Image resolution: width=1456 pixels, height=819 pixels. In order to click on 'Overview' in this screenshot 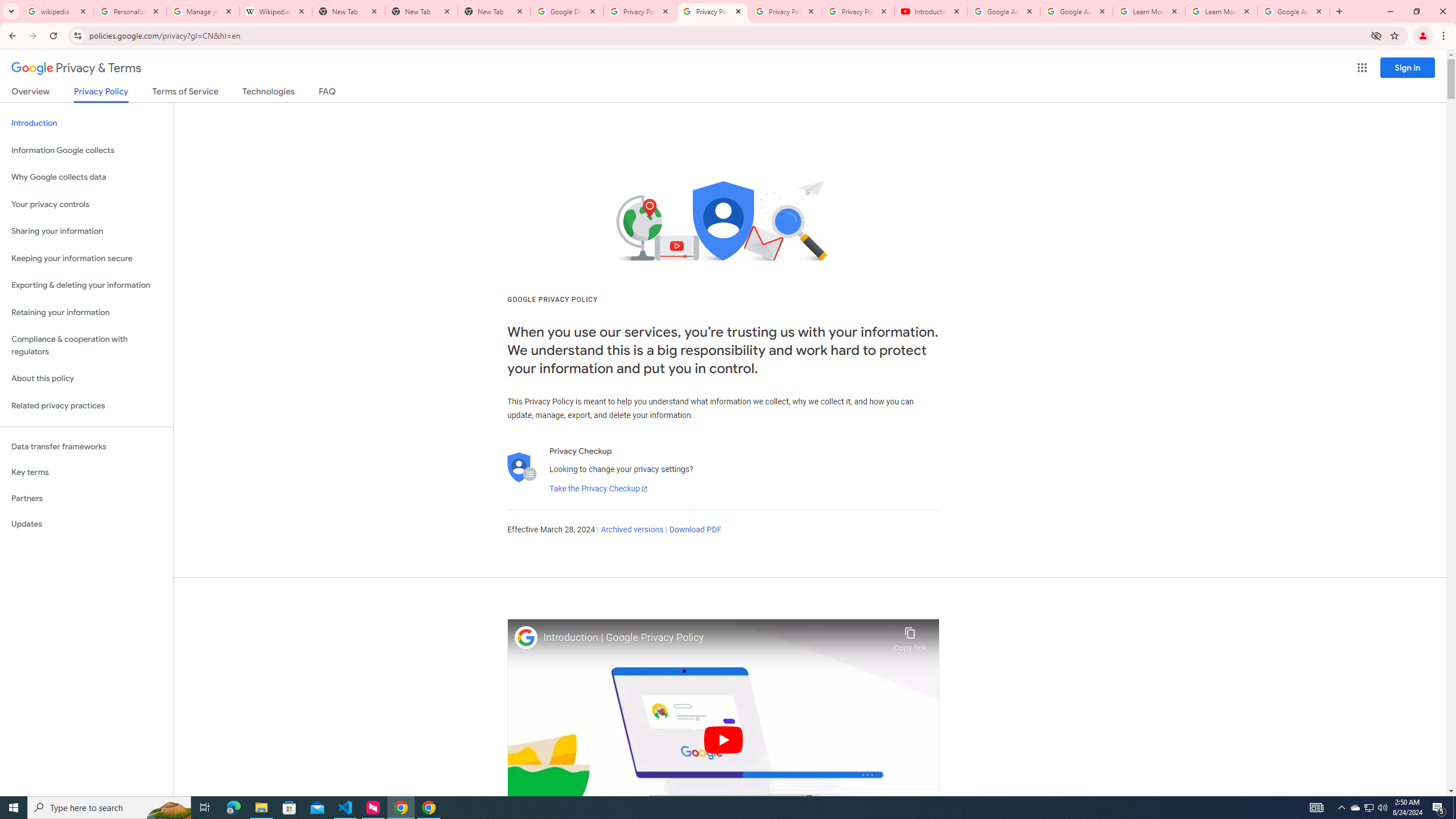, I will do `click(30, 93)`.